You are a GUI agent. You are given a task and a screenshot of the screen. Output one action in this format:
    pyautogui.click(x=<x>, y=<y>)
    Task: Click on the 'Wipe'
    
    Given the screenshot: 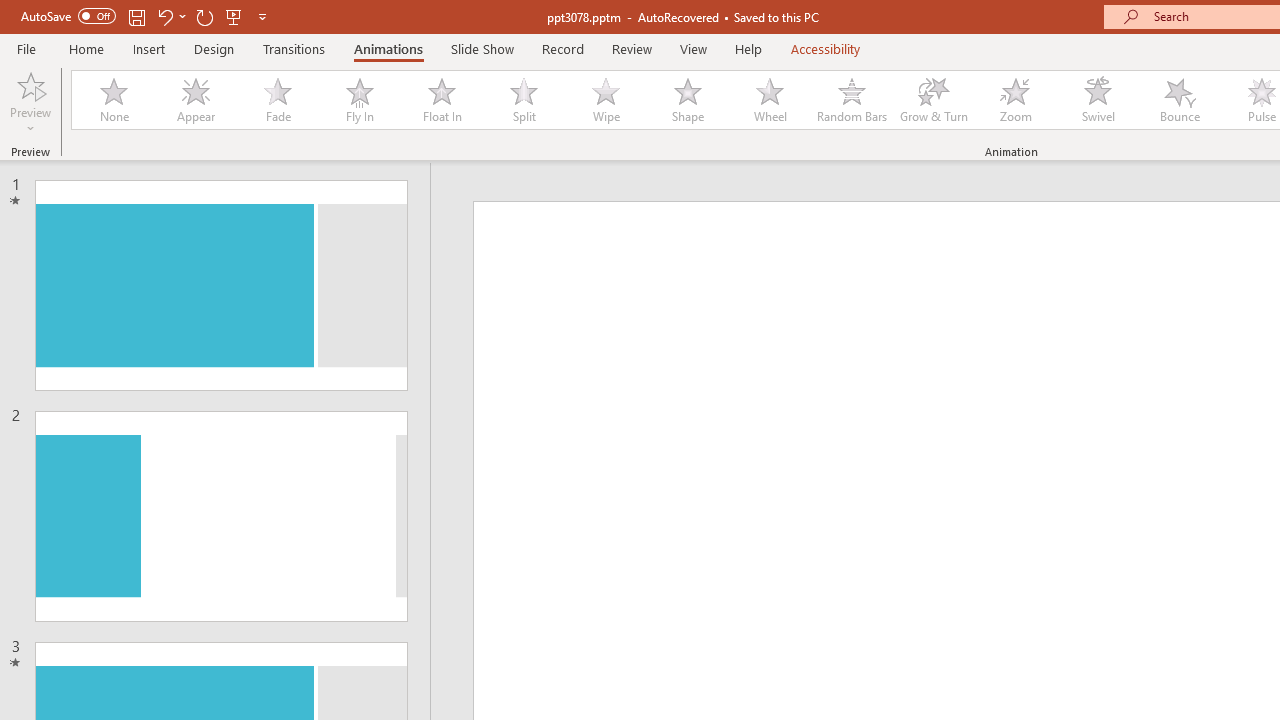 What is the action you would take?
    pyautogui.click(x=604, y=100)
    